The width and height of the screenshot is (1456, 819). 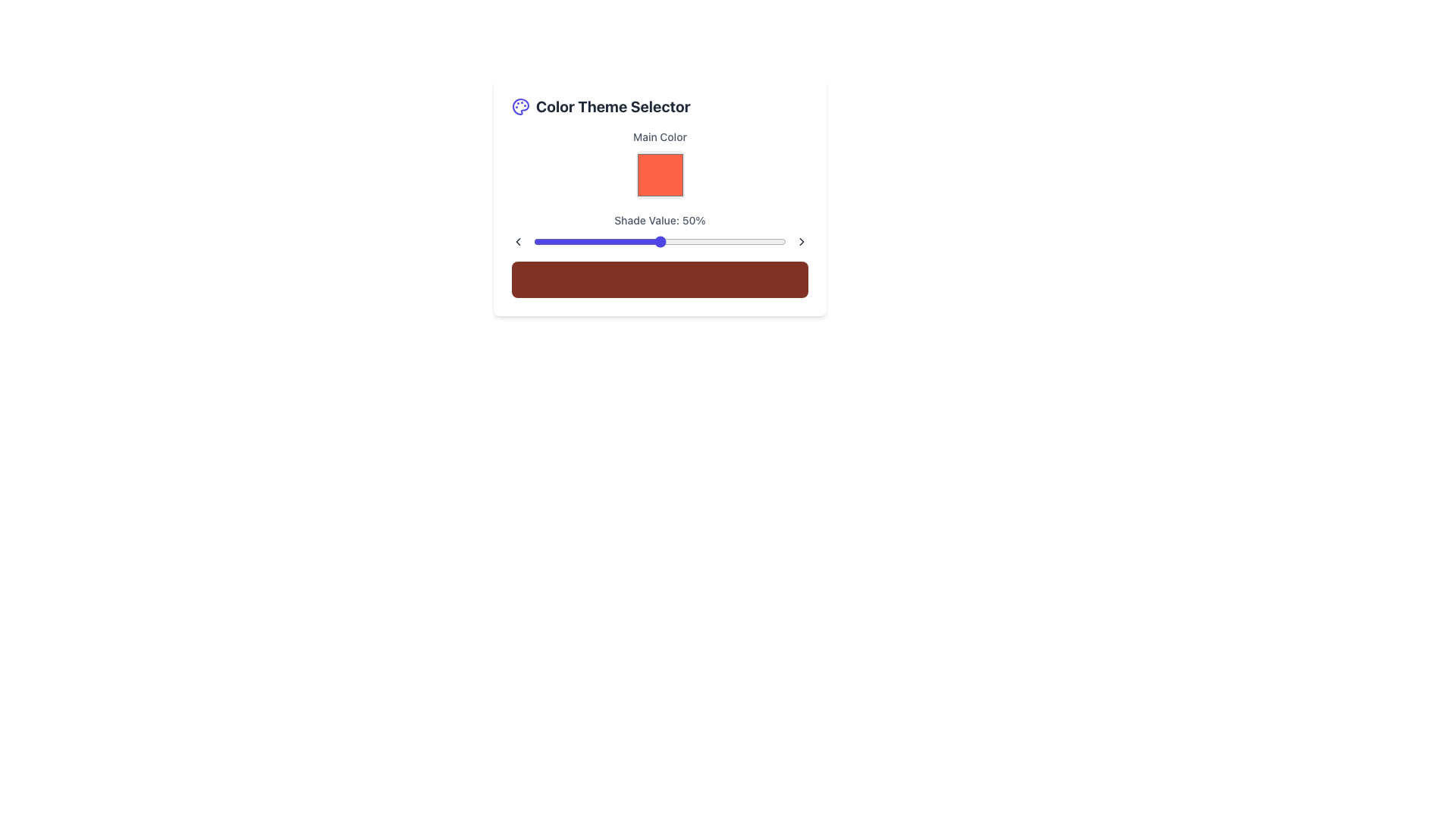 What do you see at coordinates (751, 241) in the screenshot?
I see `the shade value` at bounding box center [751, 241].